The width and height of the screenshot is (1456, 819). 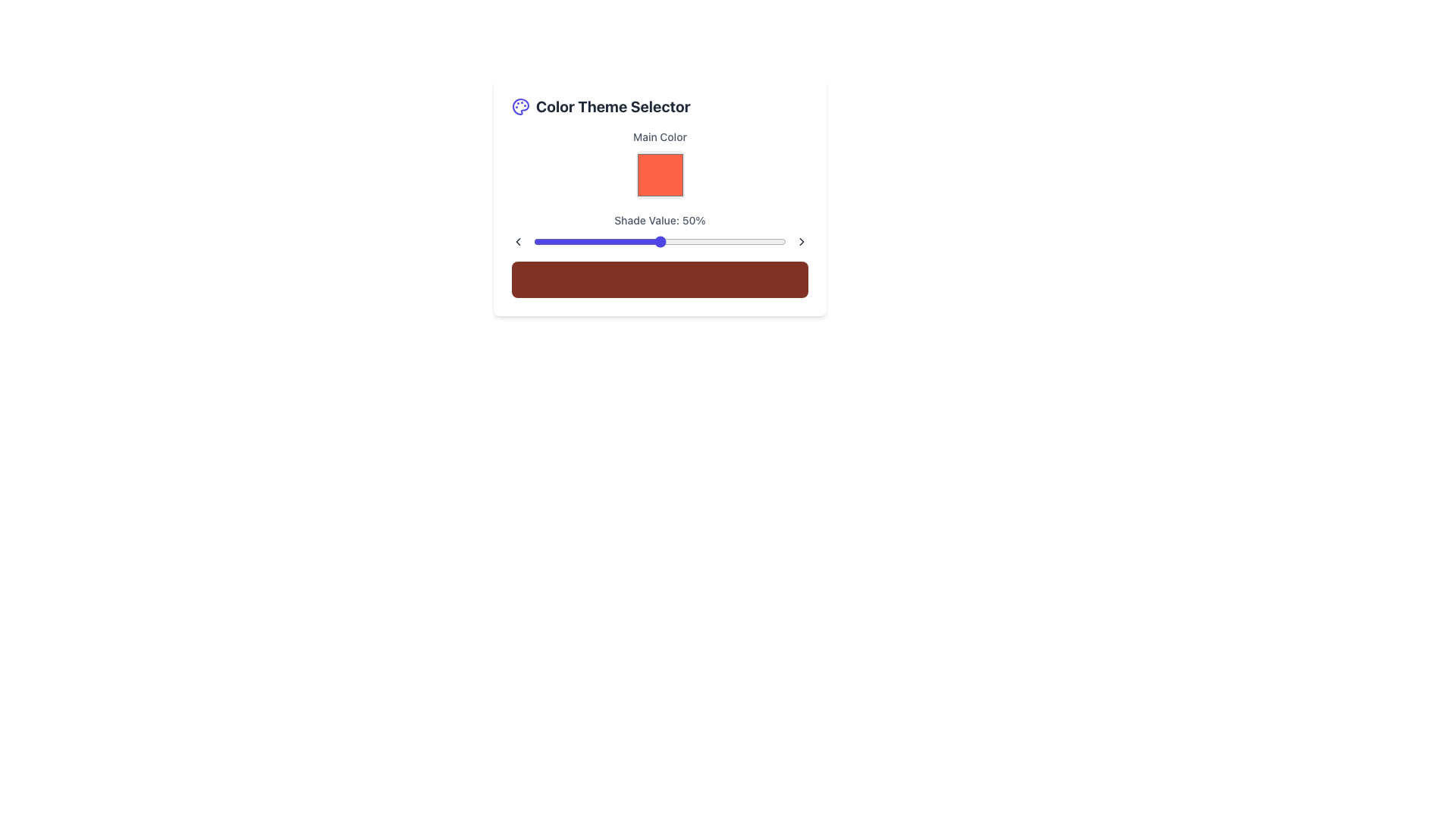 What do you see at coordinates (751, 241) in the screenshot?
I see `the shade value` at bounding box center [751, 241].